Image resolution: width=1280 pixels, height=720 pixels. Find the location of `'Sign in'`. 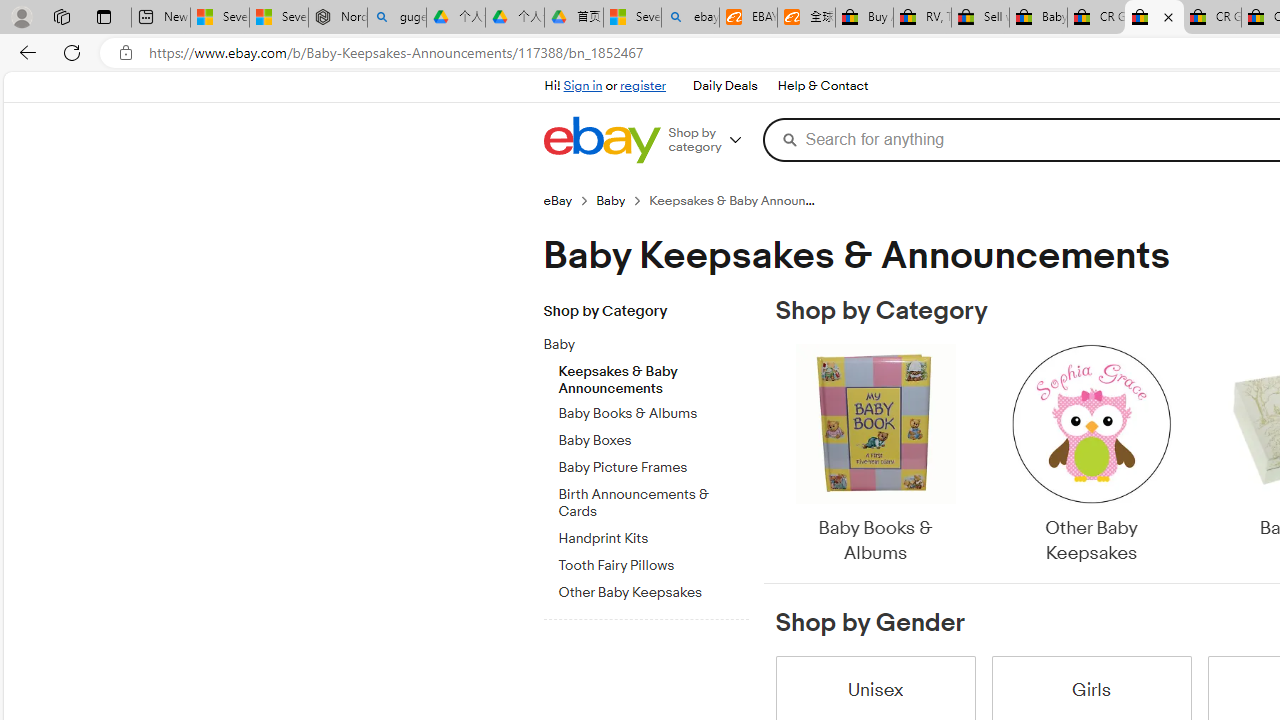

'Sign in' is located at coordinates (582, 85).